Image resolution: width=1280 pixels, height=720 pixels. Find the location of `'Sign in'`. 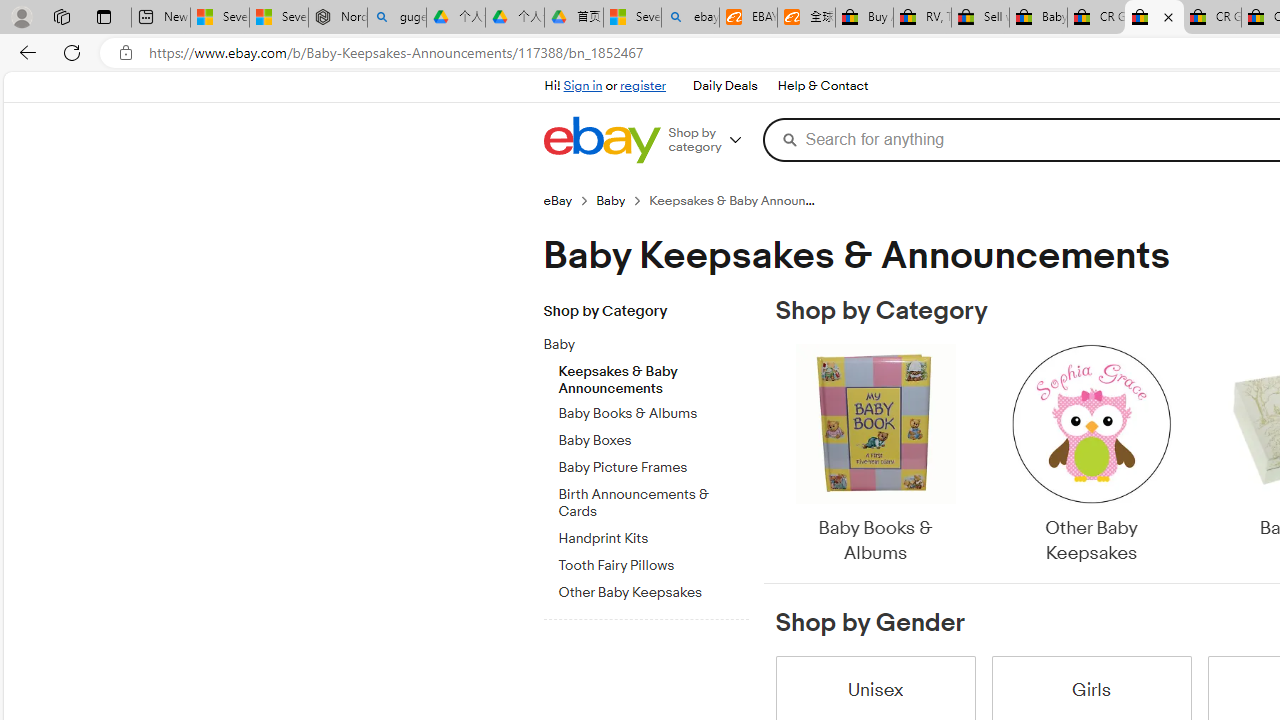

'Sign in' is located at coordinates (582, 85).